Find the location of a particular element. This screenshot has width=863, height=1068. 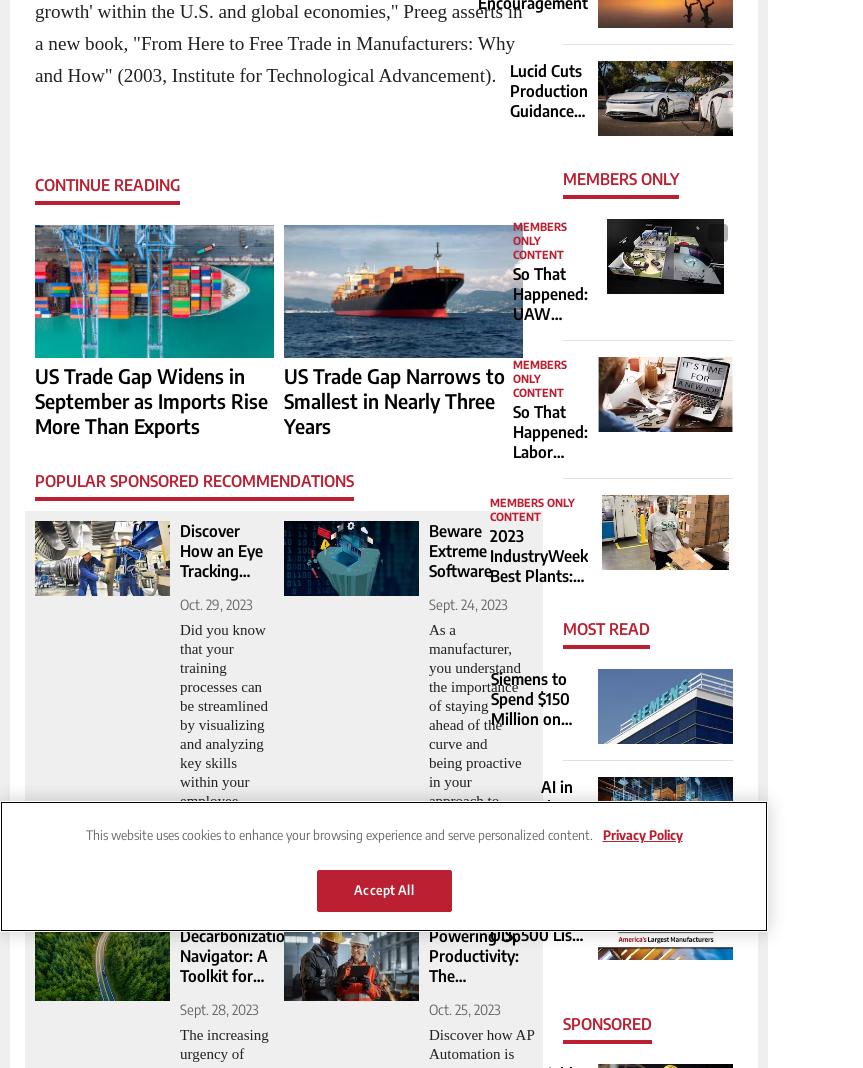

'Sept. 24, 2023' is located at coordinates (466, 603).